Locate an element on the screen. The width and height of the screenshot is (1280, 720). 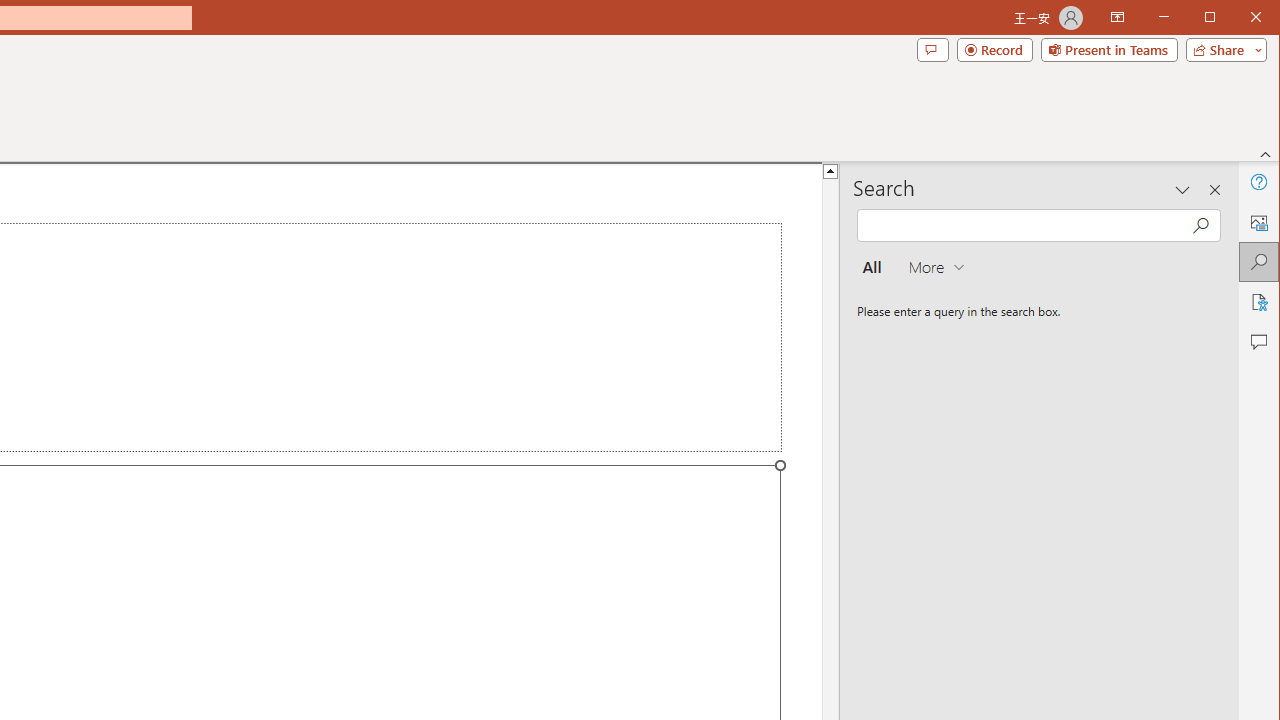
'Close pane' is located at coordinates (1214, 190).